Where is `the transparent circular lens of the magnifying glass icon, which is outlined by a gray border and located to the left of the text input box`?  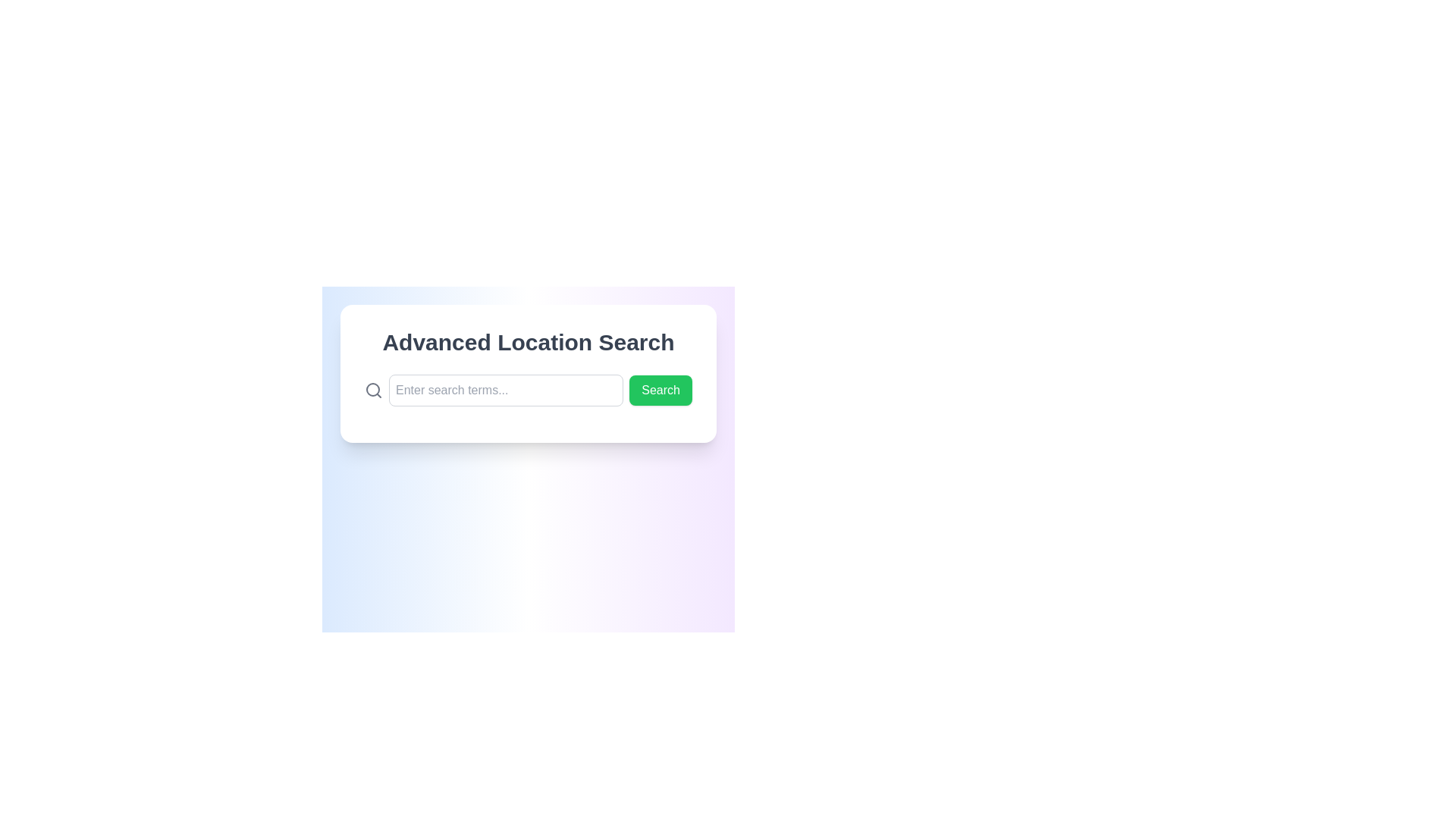 the transparent circular lens of the magnifying glass icon, which is outlined by a gray border and located to the left of the text input box is located at coordinates (372, 388).